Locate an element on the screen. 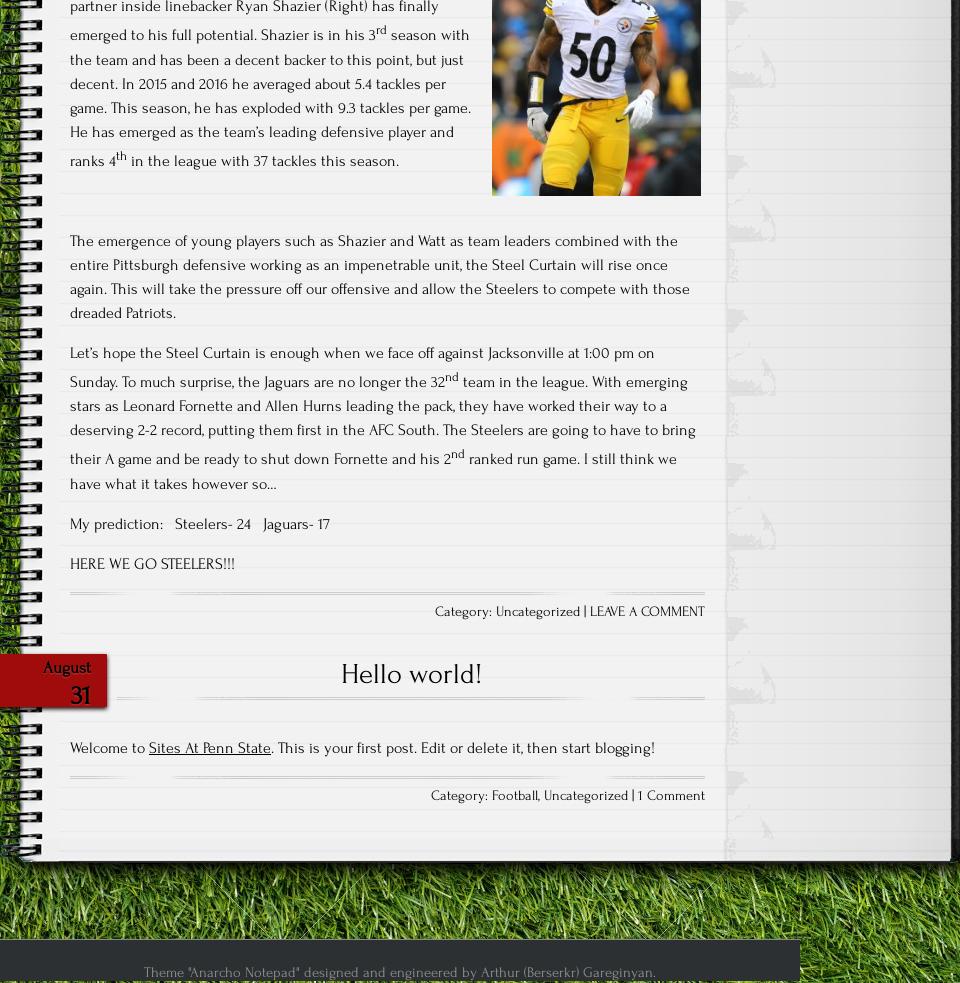 Image resolution: width=960 pixels, height=983 pixels. 'The emergence of young players such as Shazier and Watt as team leaders combined with the entire Pittsburgh defensive working as an impenetrable unit, the Steel Curtain will rise once again. This will take the pressure off our offensive and allow the Steelers to compete with those dreaded Patriots.' is located at coordinates (378, 276).